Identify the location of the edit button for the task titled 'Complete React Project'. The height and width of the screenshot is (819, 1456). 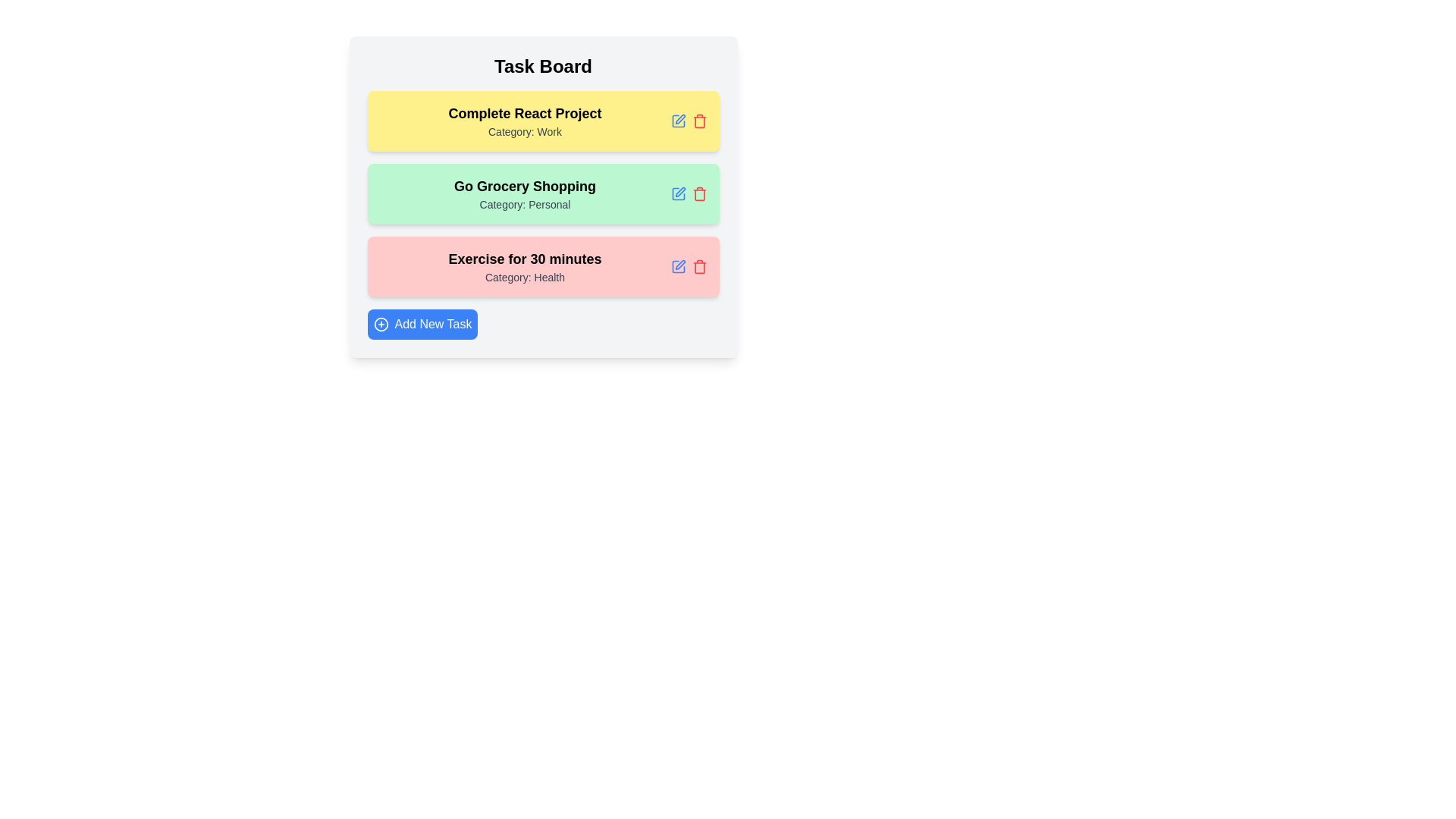
(677, 120).